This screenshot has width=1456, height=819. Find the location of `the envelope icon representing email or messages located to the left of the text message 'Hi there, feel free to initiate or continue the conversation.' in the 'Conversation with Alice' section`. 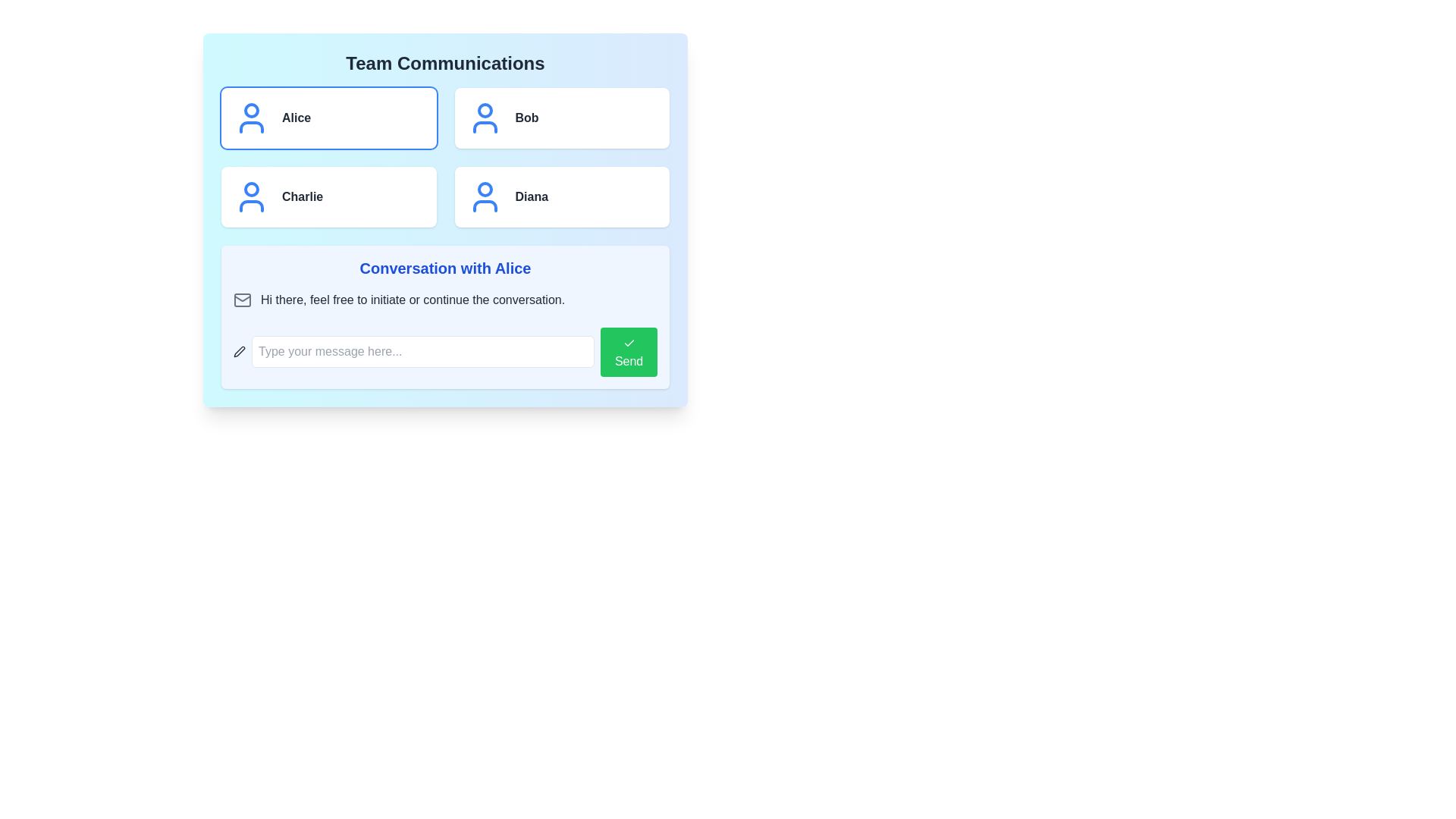

the envelope icon representing email or messages located to the left of the text message 'Hi there, feel free to initiate or continue the conversation.' in the 'Conversation with Alice' section is located at coordinates (243, 300).